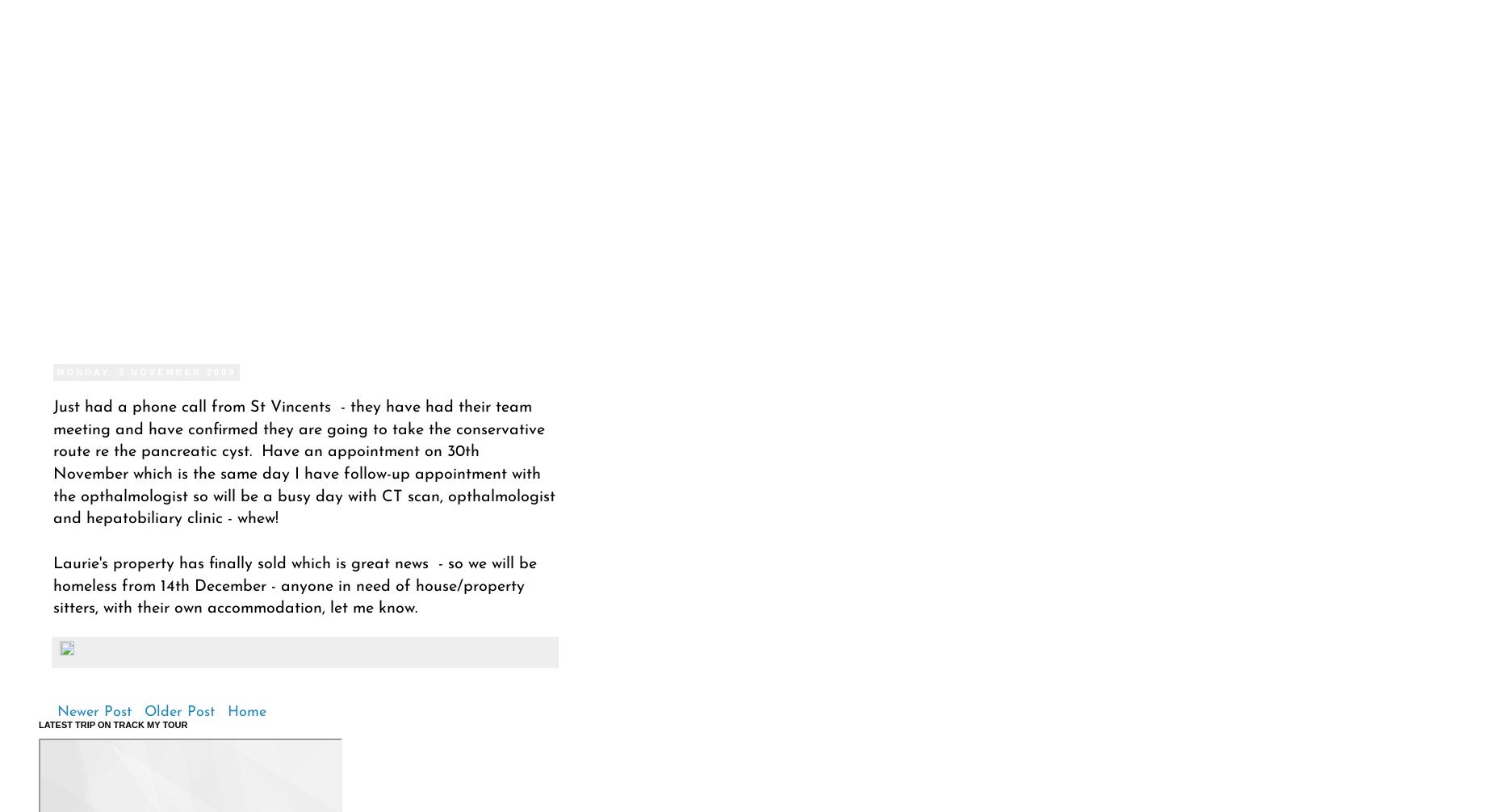 The height and width of the screenshot is (812, 1500). What do you see at coordinates (61, 208) in the screenshot?
I see `'Travel Blog'` at bounding box center [61, 208].